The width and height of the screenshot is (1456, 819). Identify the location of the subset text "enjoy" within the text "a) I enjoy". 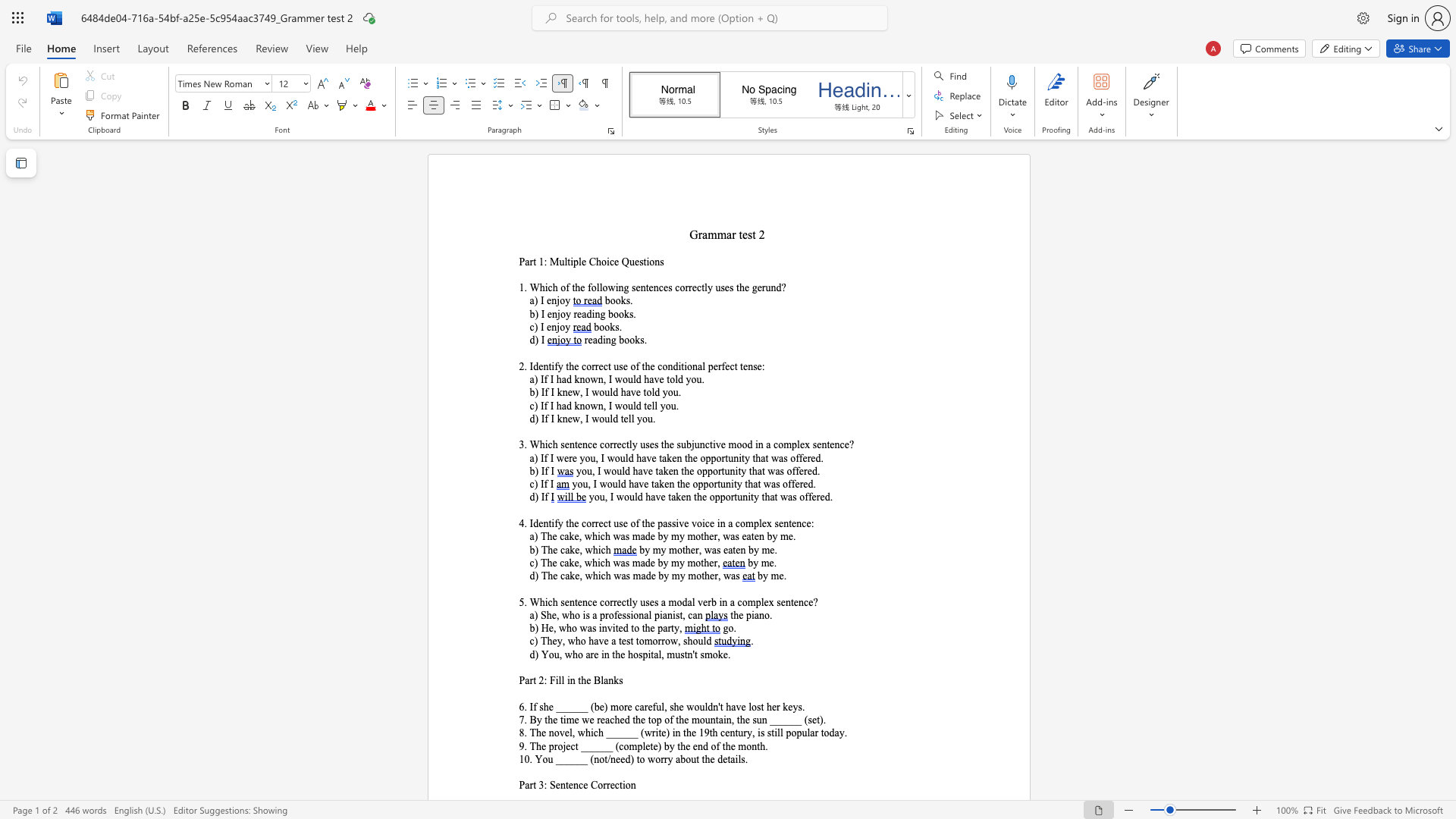
(546, 301).